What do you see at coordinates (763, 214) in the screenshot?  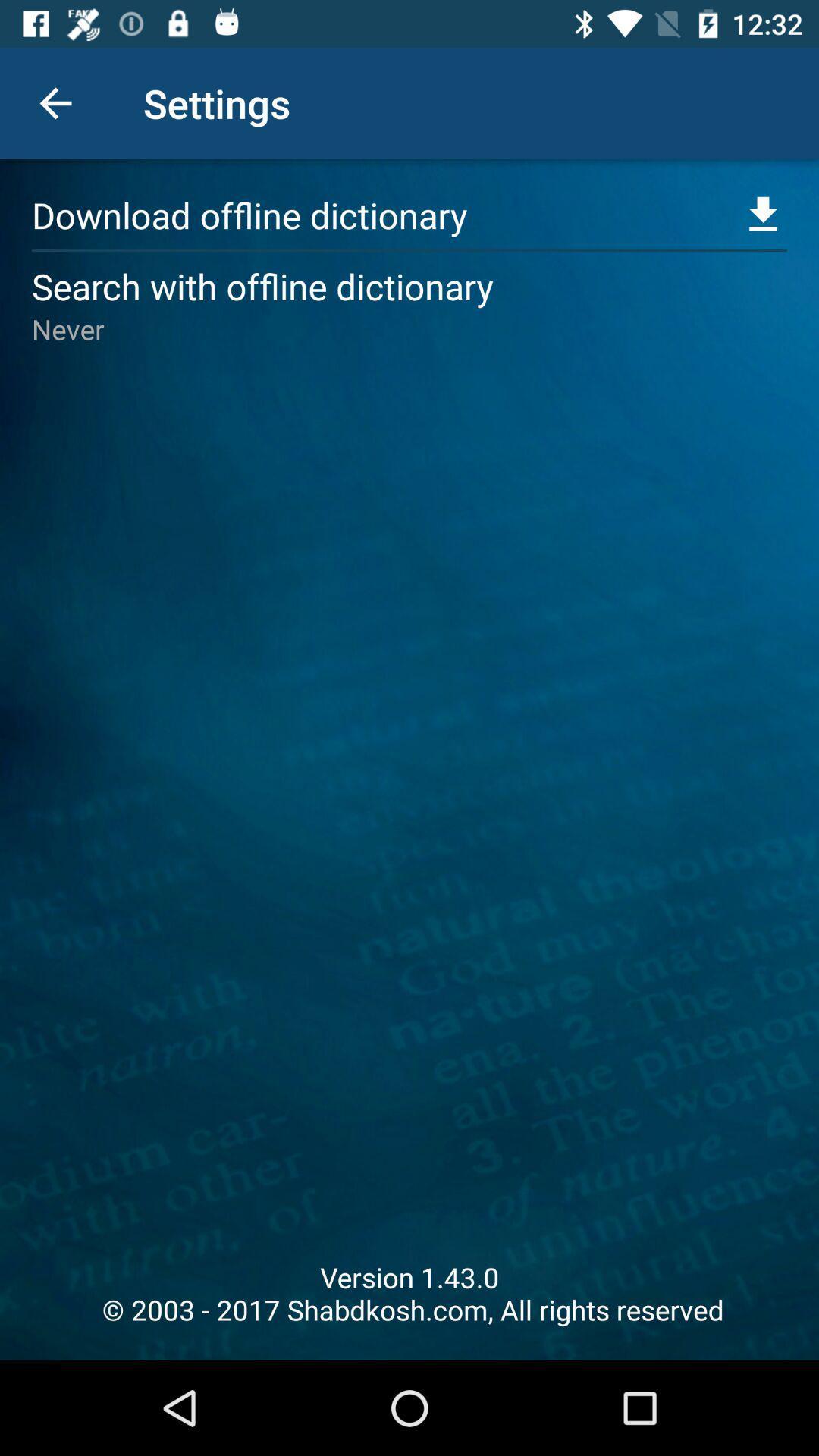 I see `expand this menu` at bounding box center [763, 214].